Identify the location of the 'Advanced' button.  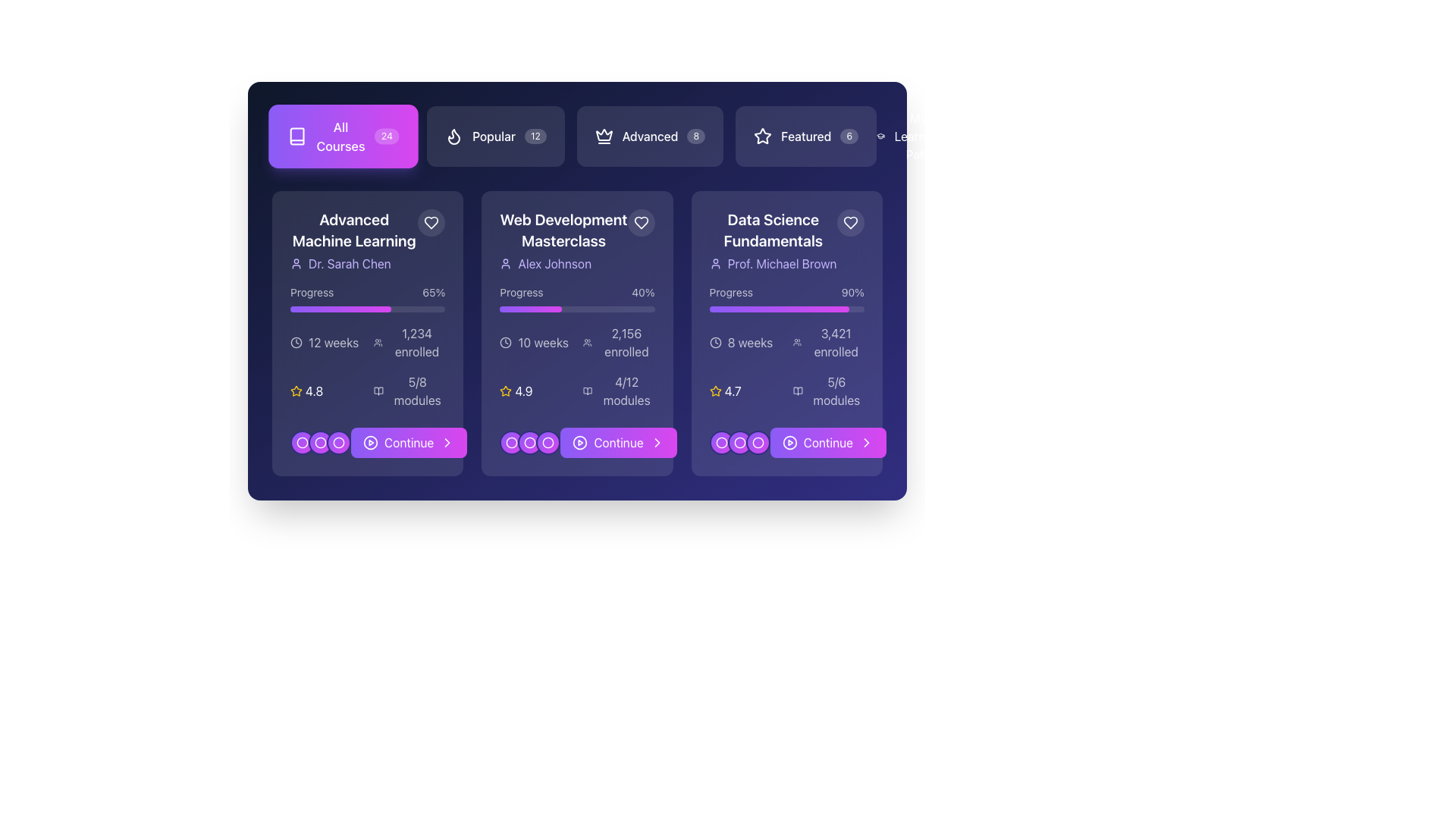
(576, 136).